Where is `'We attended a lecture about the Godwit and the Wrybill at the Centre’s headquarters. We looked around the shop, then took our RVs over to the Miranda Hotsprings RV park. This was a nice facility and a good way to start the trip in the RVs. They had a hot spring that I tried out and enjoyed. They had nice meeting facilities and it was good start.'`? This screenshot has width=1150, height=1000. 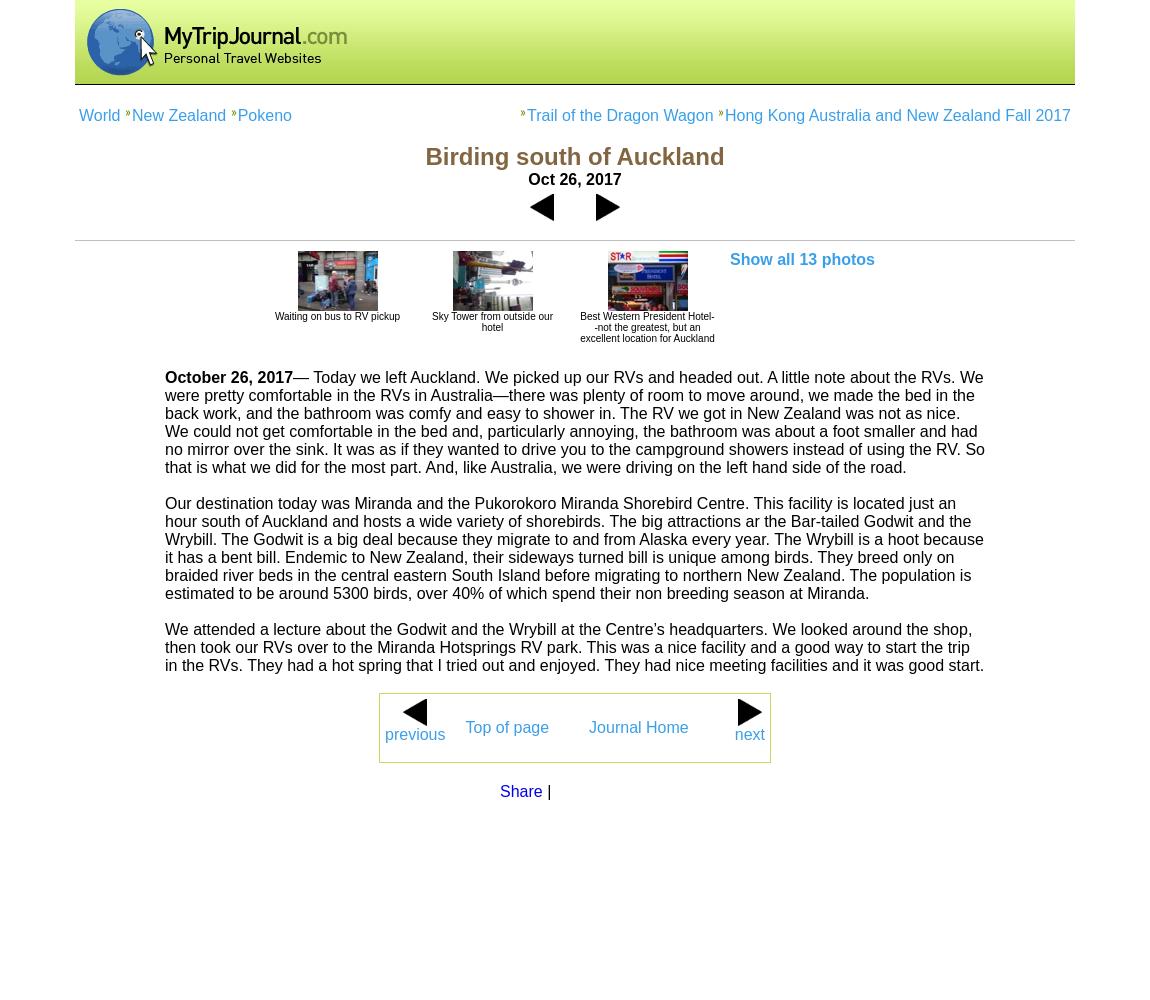 'We attended a lecture about the Godwit and the Wrybill at the Centre’s headquarters. We looked around the shop, then took our RVs over to the Miranda Hotsprings RV park. This was a nice facility and a good way to start the trip in the RVs. They had a hot spring that I tried out and enjoyed. They had nice meeting facilities and it was good start.' is located at coordinates (574, 647).